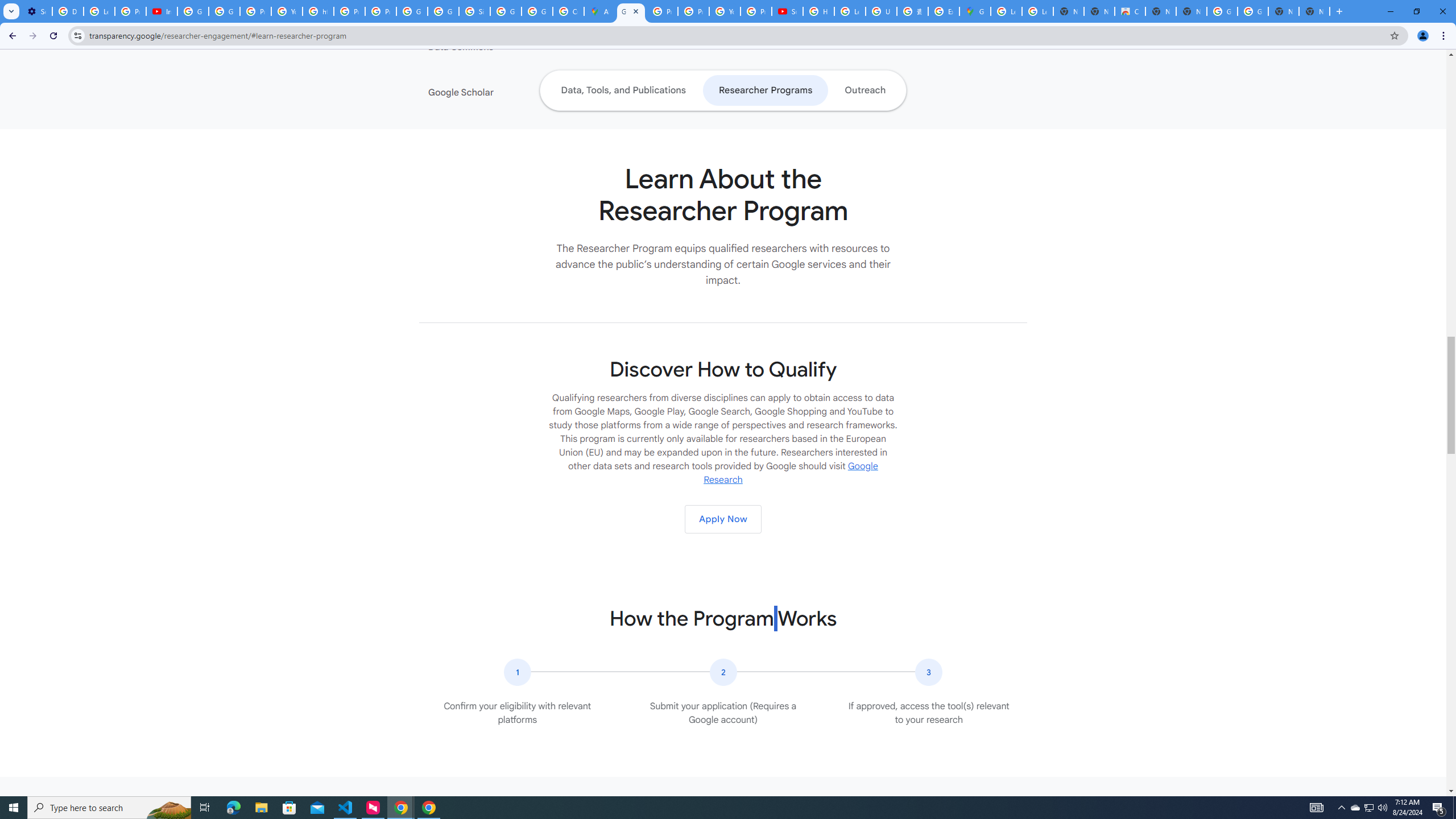 Image resolution: width=1456 pixels, height=819 pixels. Describe the element at coordinates (568, 11) in the screenshot. I see `'Create your Google Account'` at that location.